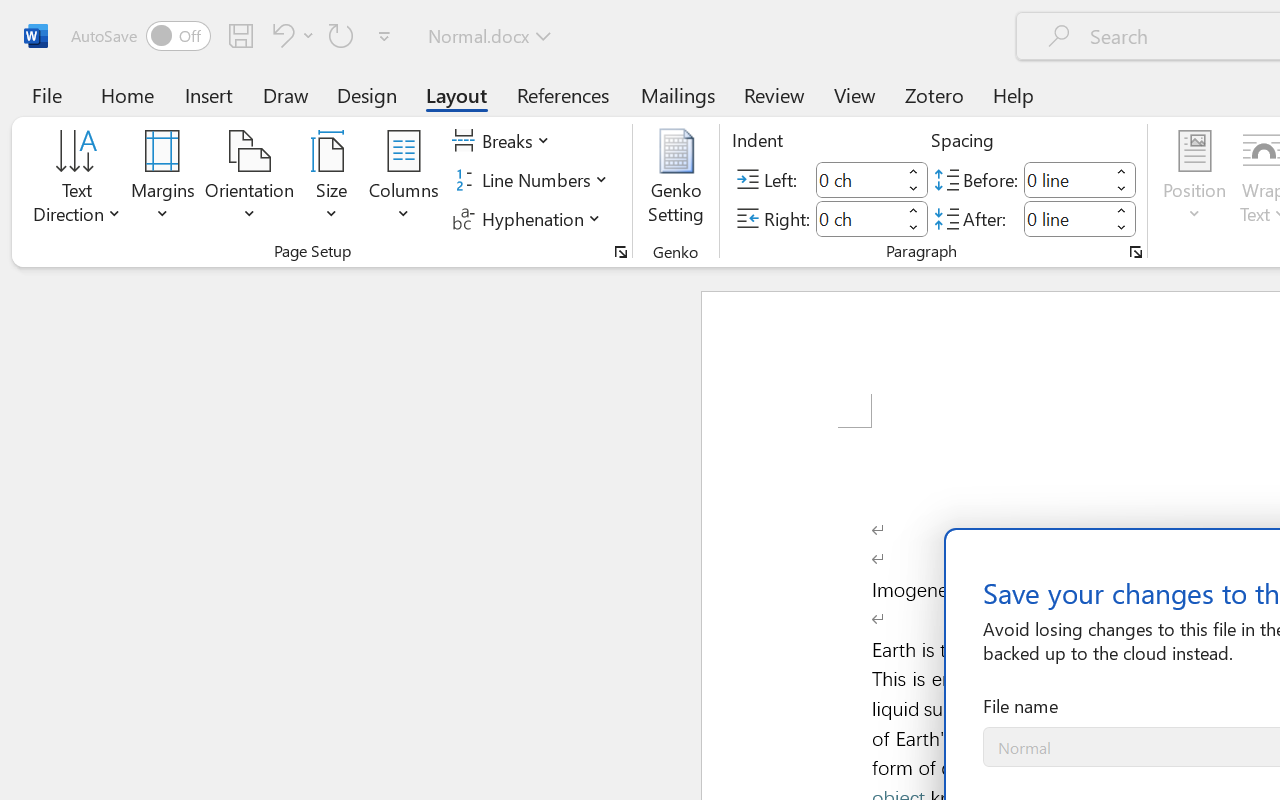  Describe the element at coordinates (332, 179) in the screenshot. I see `'Size'` at that location.